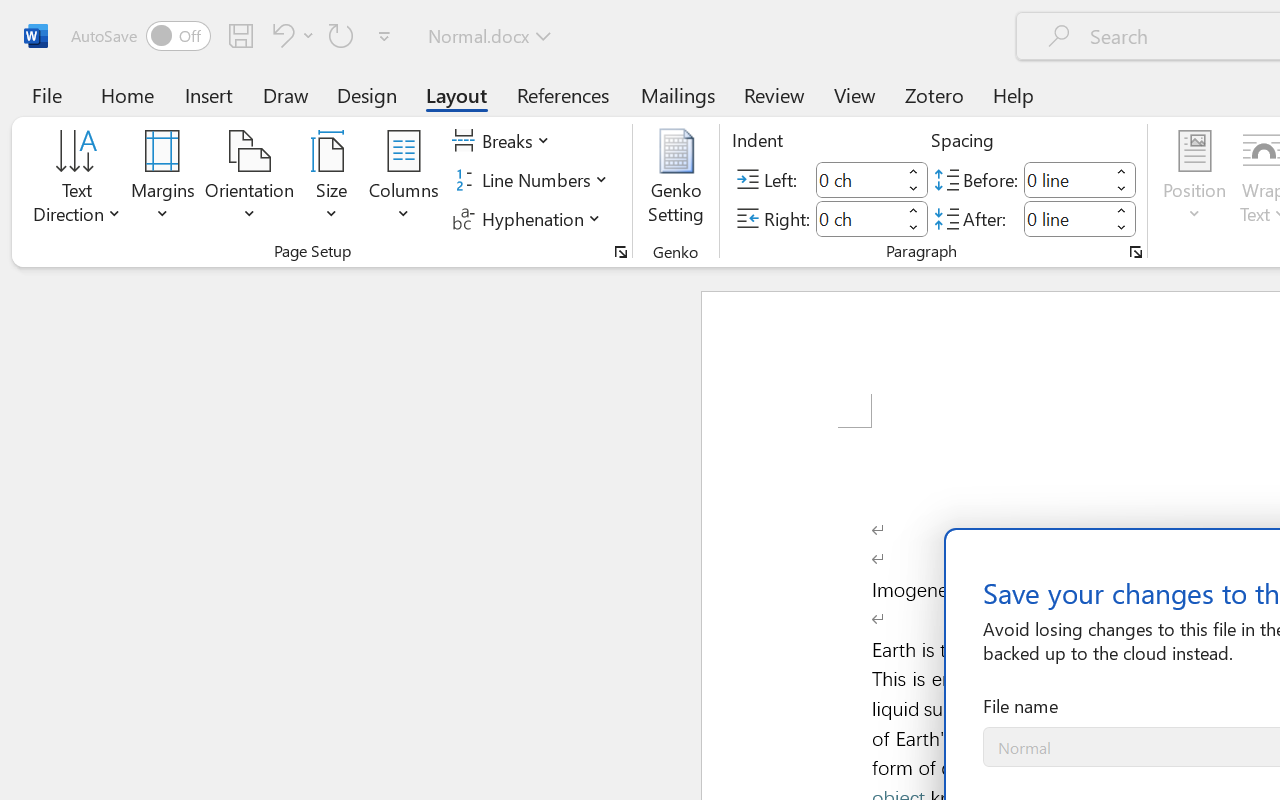  Describe the element at coordinates (332, 179) in the screenshot. I see `'Size'` at that location.